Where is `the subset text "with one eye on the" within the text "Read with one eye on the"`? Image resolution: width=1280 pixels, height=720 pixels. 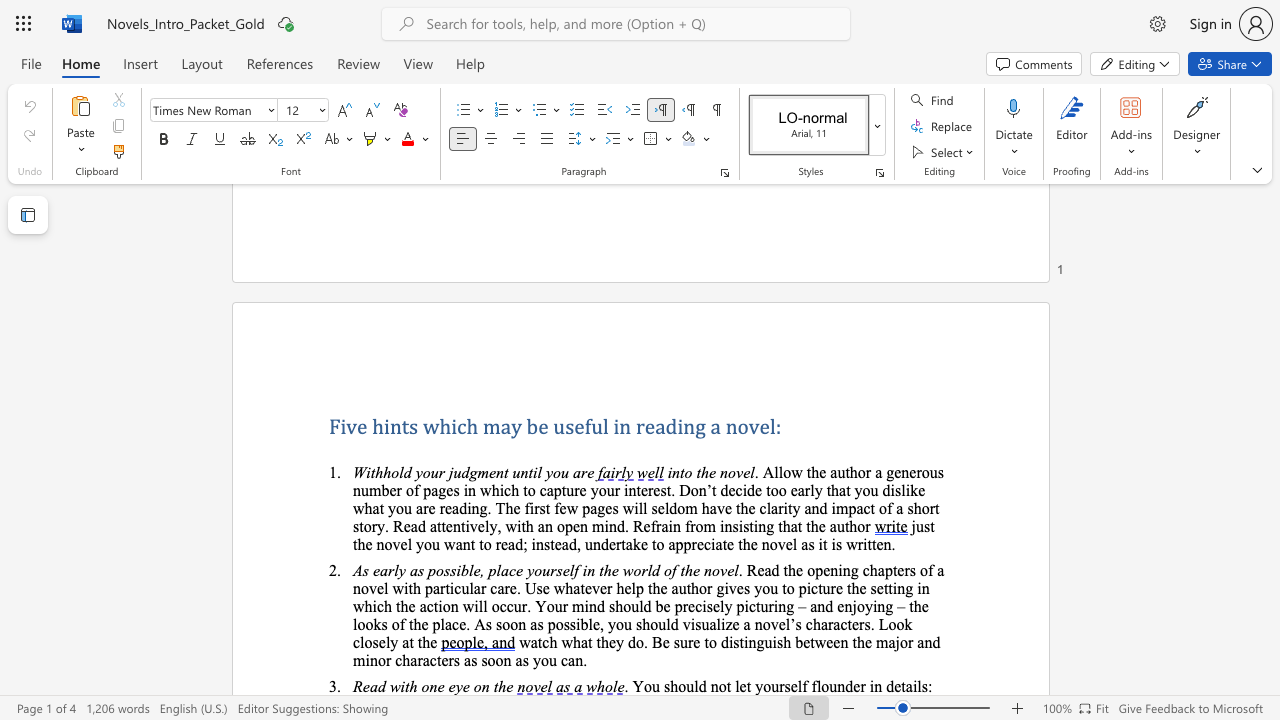
the subset text "with one eye on the" within the text "Read with one eye on the" is located at coordinates (389, 685).